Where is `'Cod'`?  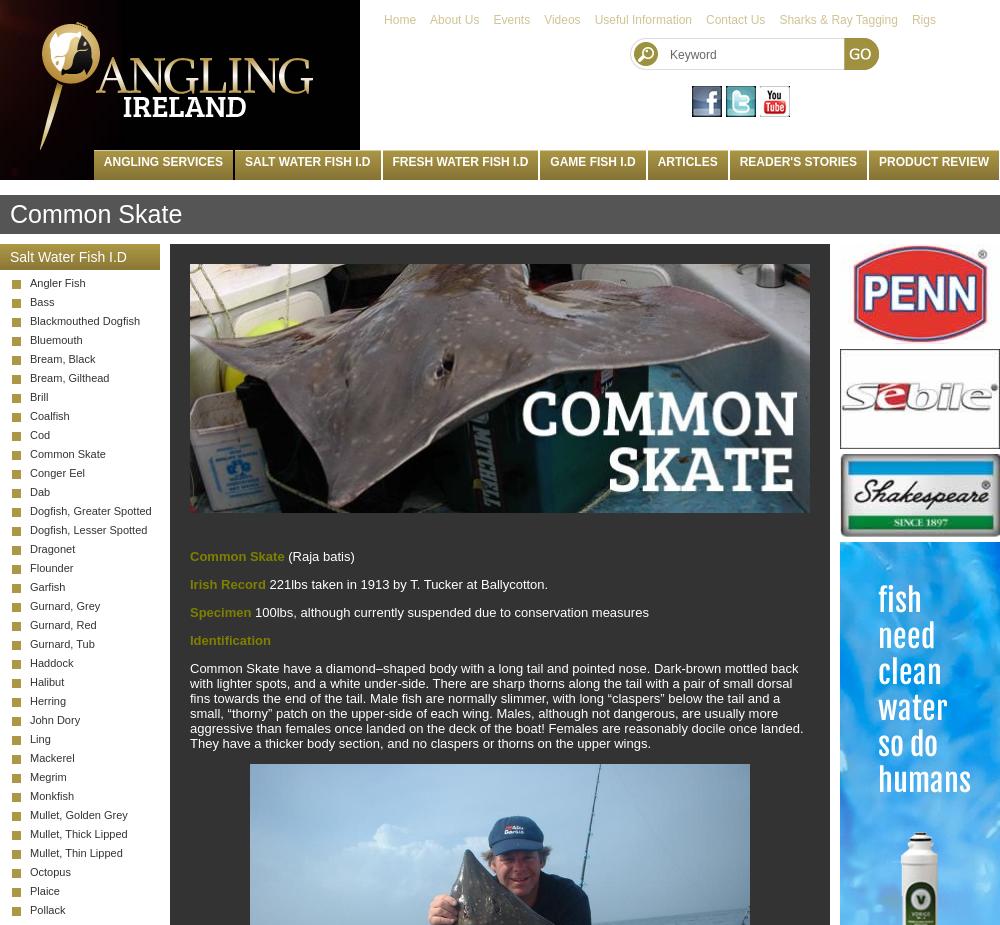
'Cod' is located at coordinates (40, 434).